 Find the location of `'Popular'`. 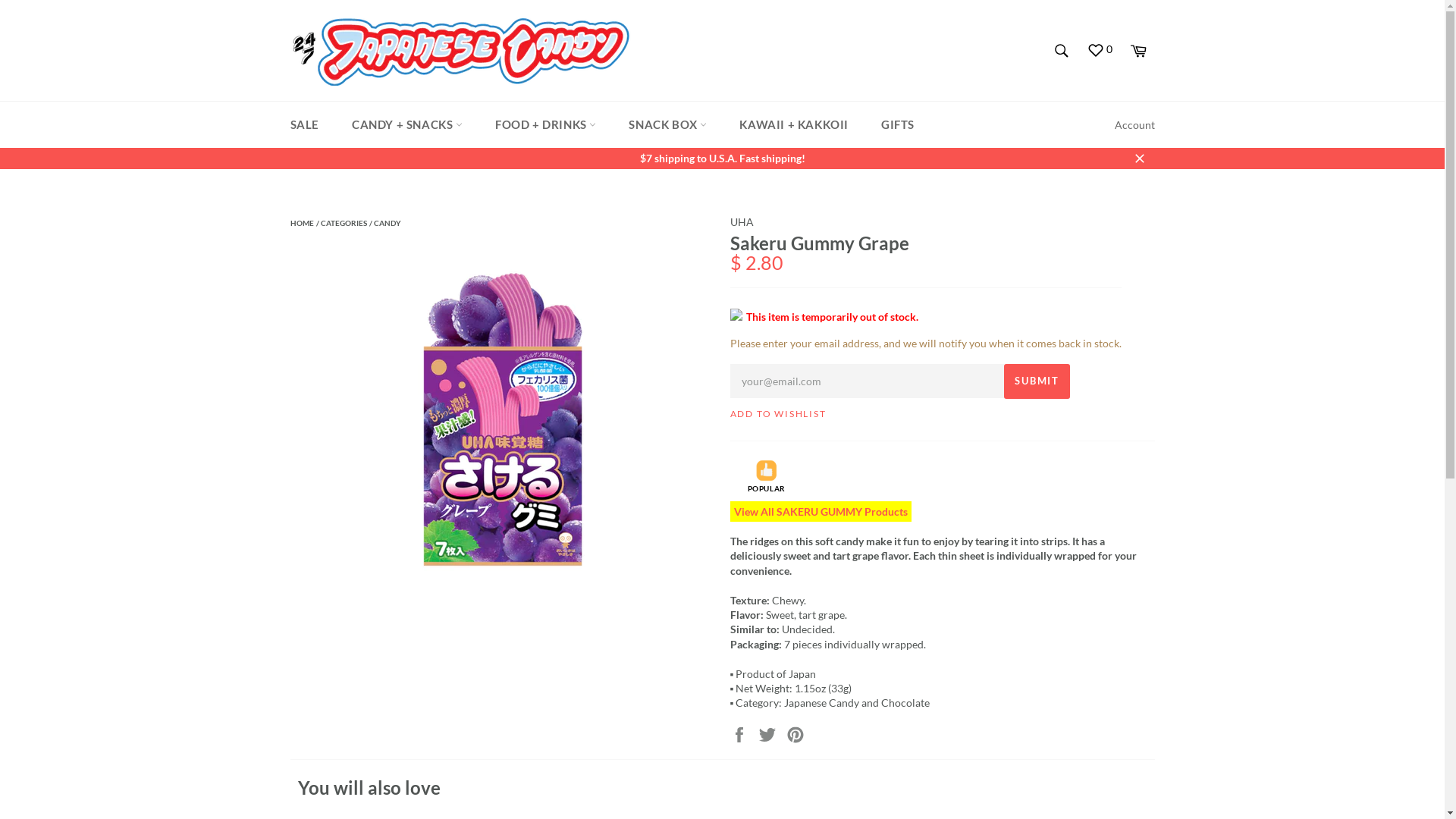

'Popular' is located at coordinates (767, 469).